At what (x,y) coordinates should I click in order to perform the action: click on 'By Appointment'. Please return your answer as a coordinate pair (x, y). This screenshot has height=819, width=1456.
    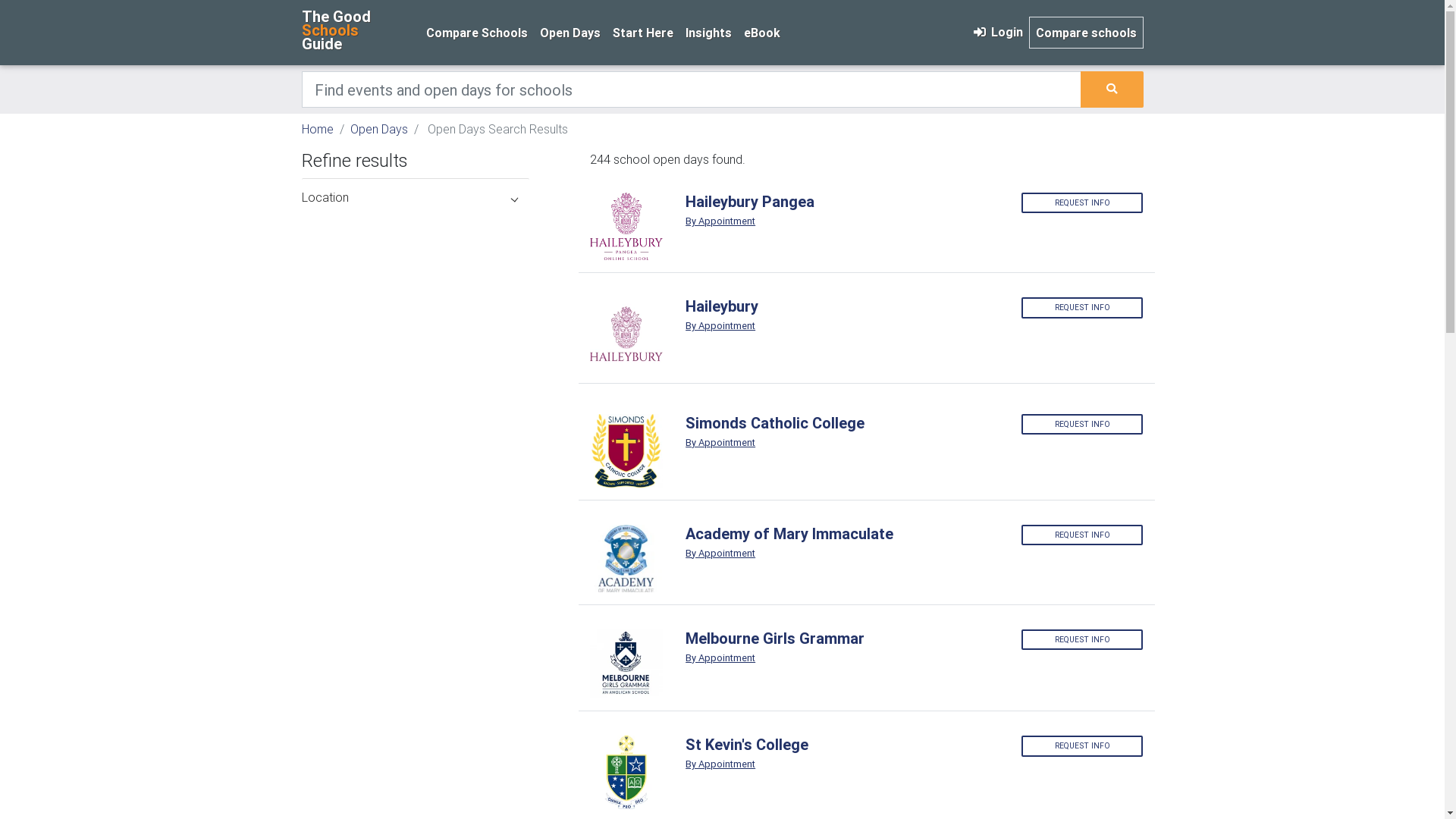
    Looking at the image, I should click on (684, 442).